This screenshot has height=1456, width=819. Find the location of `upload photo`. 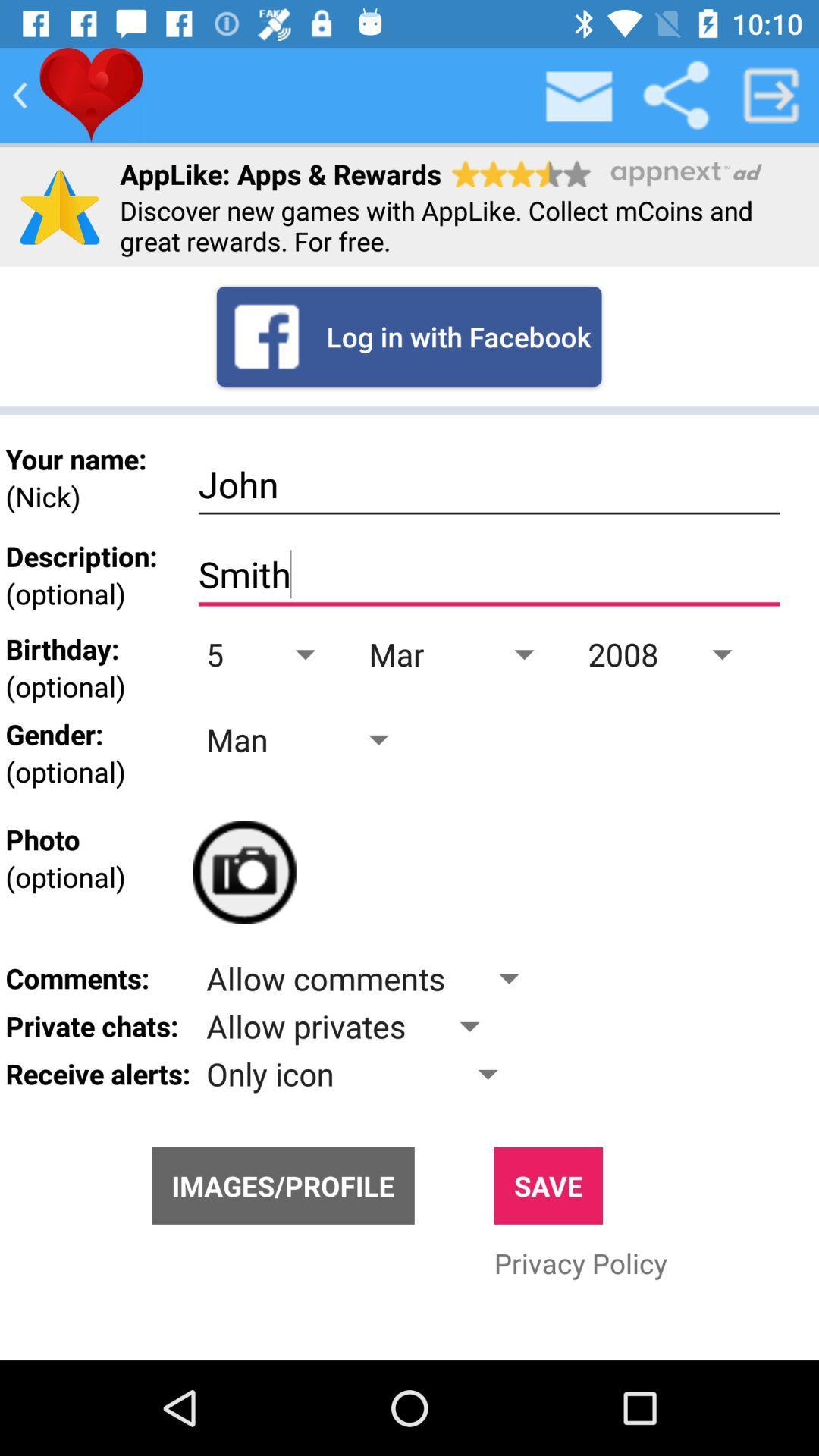

upload photo is located at coordinates (243, 872).